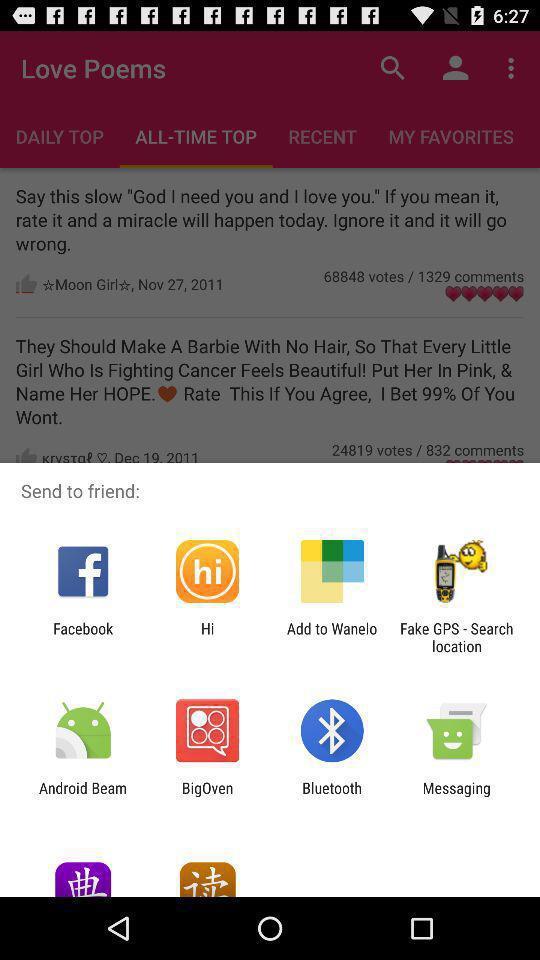 The image size is (540, 960). Describe the element at coordinates (206, 796) in the screenshot. I see `app to the right of the android beam` at that location.